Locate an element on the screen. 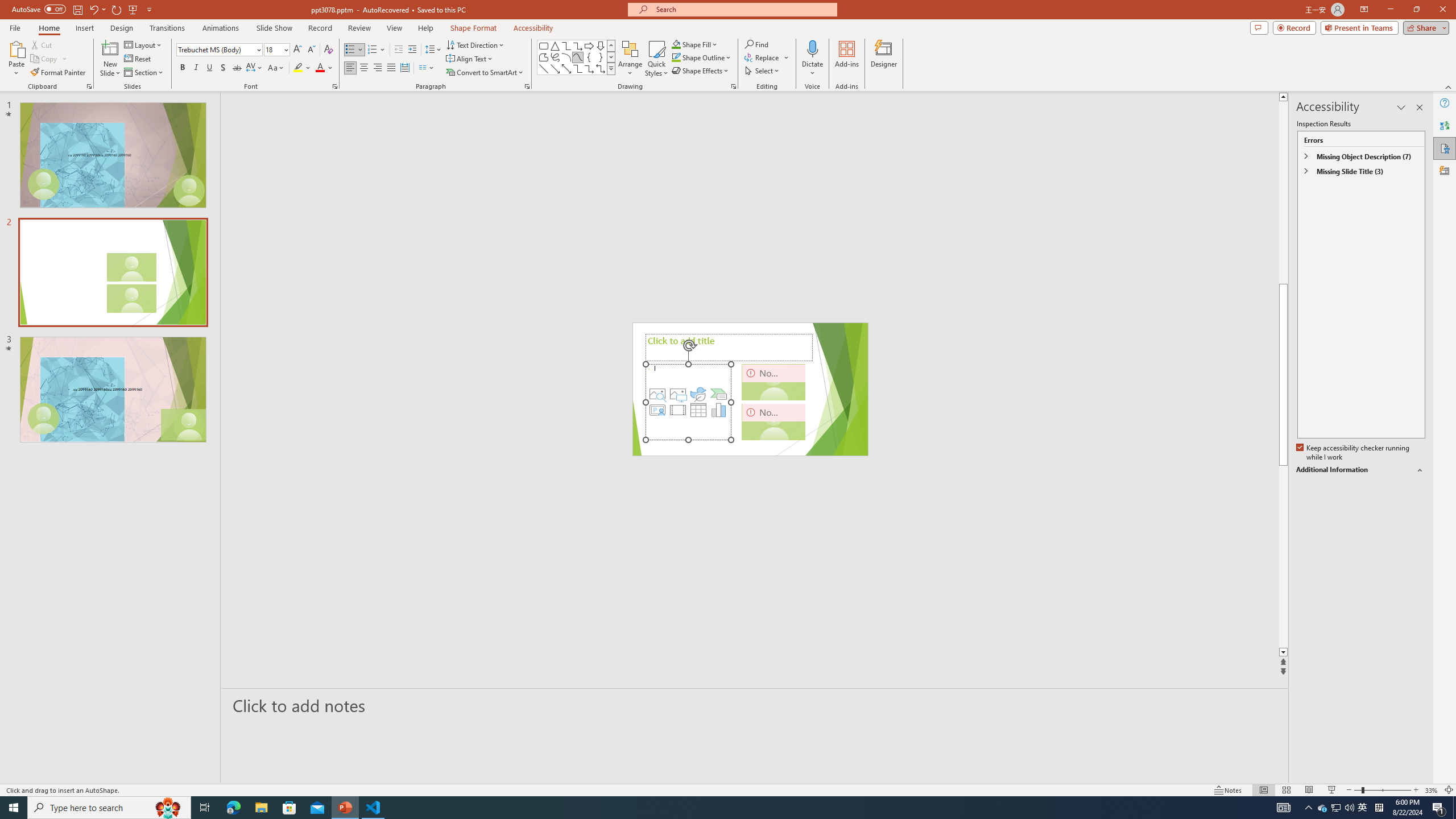  'Shape Outline Green, Accent 1' is located at coordinates (676, 56).